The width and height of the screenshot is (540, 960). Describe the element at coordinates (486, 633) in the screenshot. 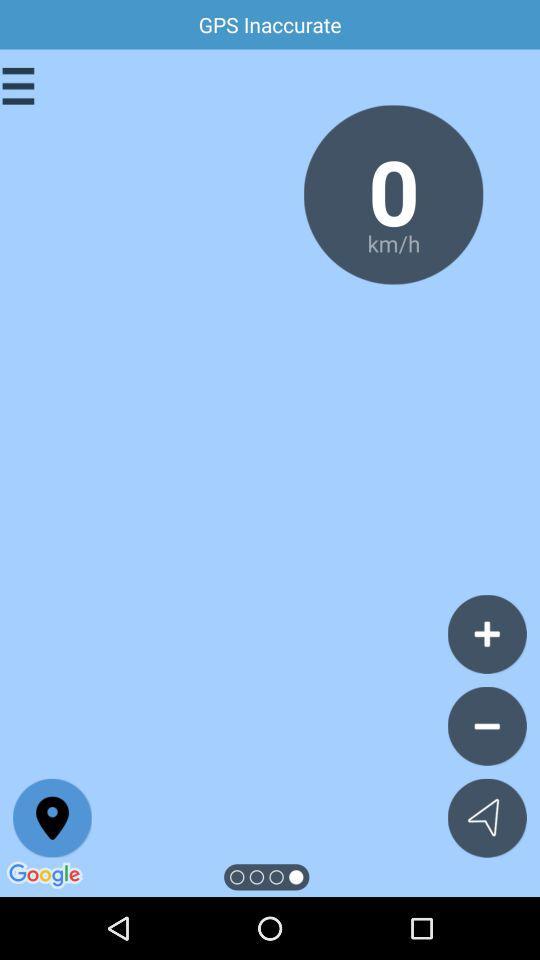

I see `the add icon` at that location.